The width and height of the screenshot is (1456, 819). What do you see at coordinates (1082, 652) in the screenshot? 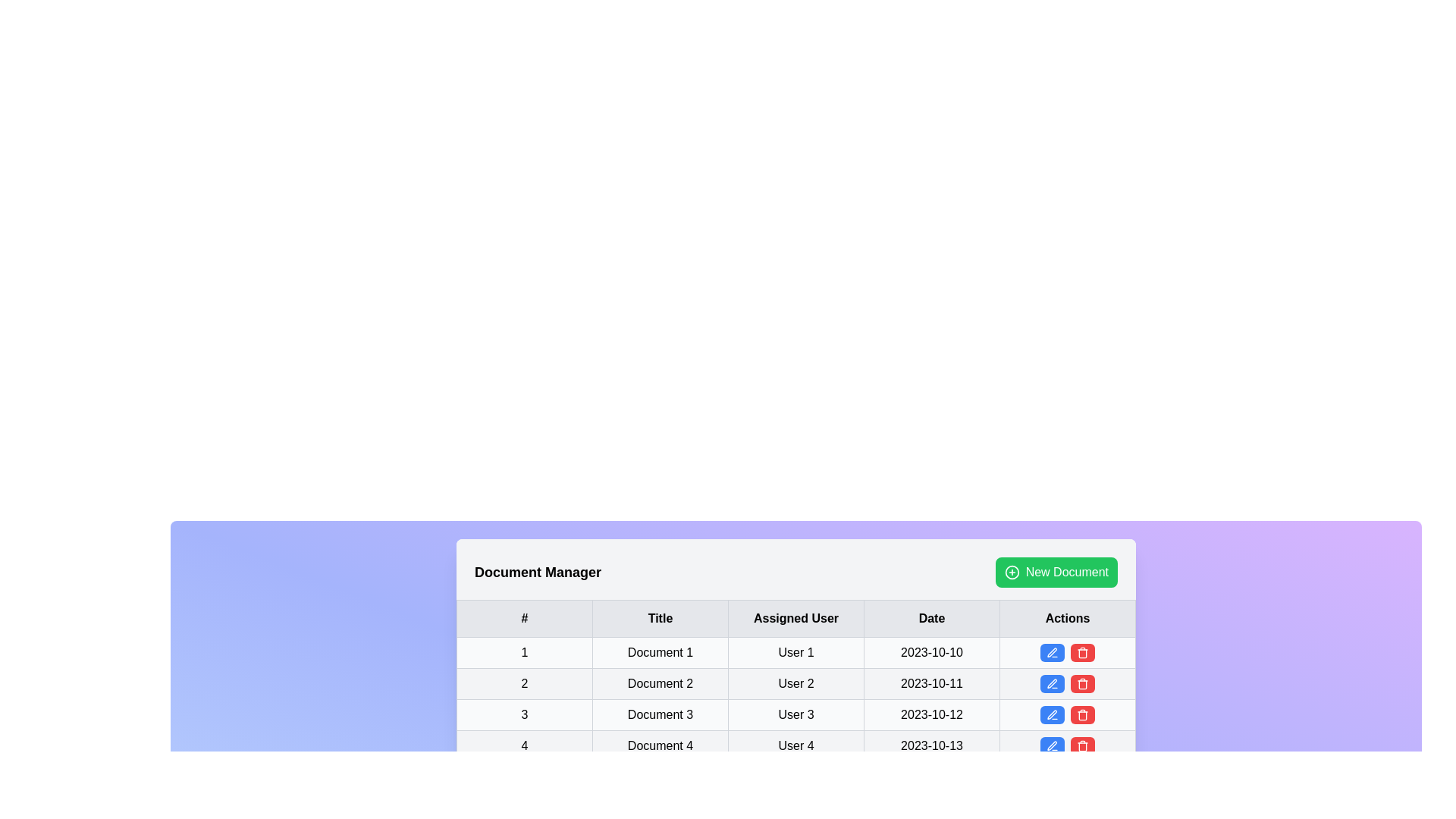
I see `the vertical part of the trash icon, which represents the body of the trash can in the 4th row under the Actions column of the table` at bounding box center [1082, 652].